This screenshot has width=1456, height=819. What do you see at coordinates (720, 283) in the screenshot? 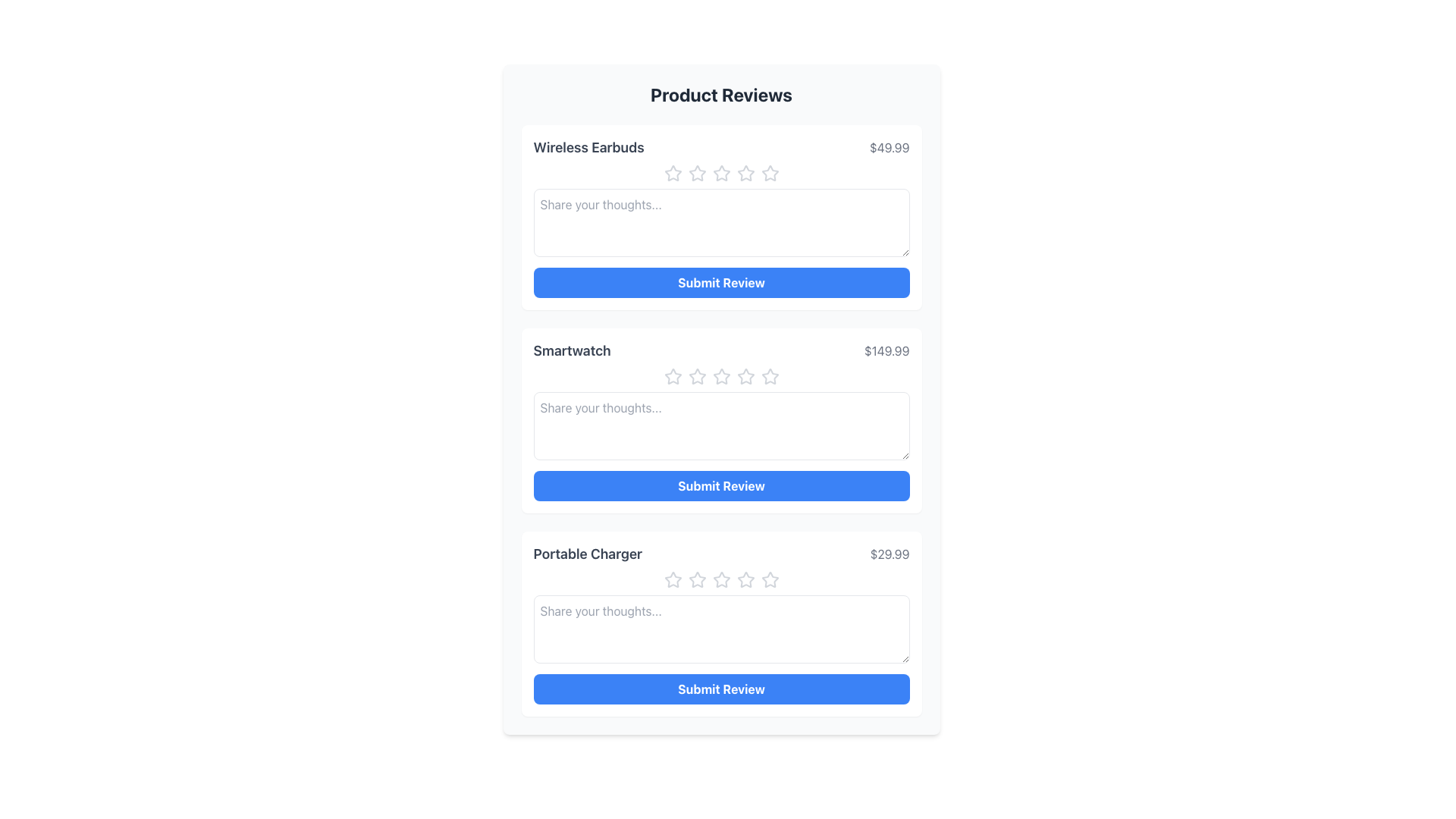
I see `the rectangular button with a solid blue background and white bold text that reads 'Submit Review'` at bounding box center [720, 283].